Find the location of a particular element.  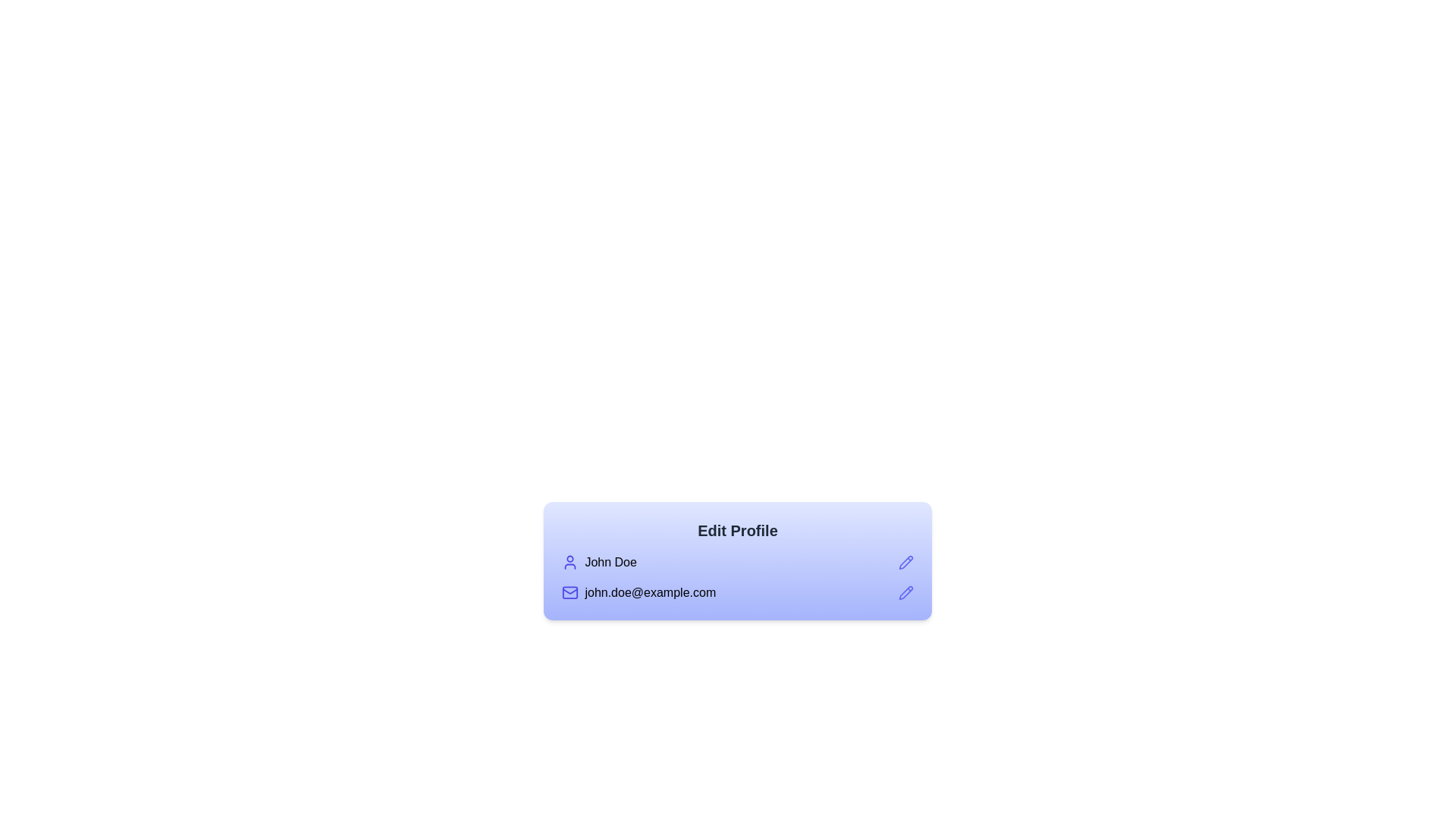

the user profile icon located to the left of the text 'John Doe', which signifies user-specific actions or identity is located at coordinates (570, 562).